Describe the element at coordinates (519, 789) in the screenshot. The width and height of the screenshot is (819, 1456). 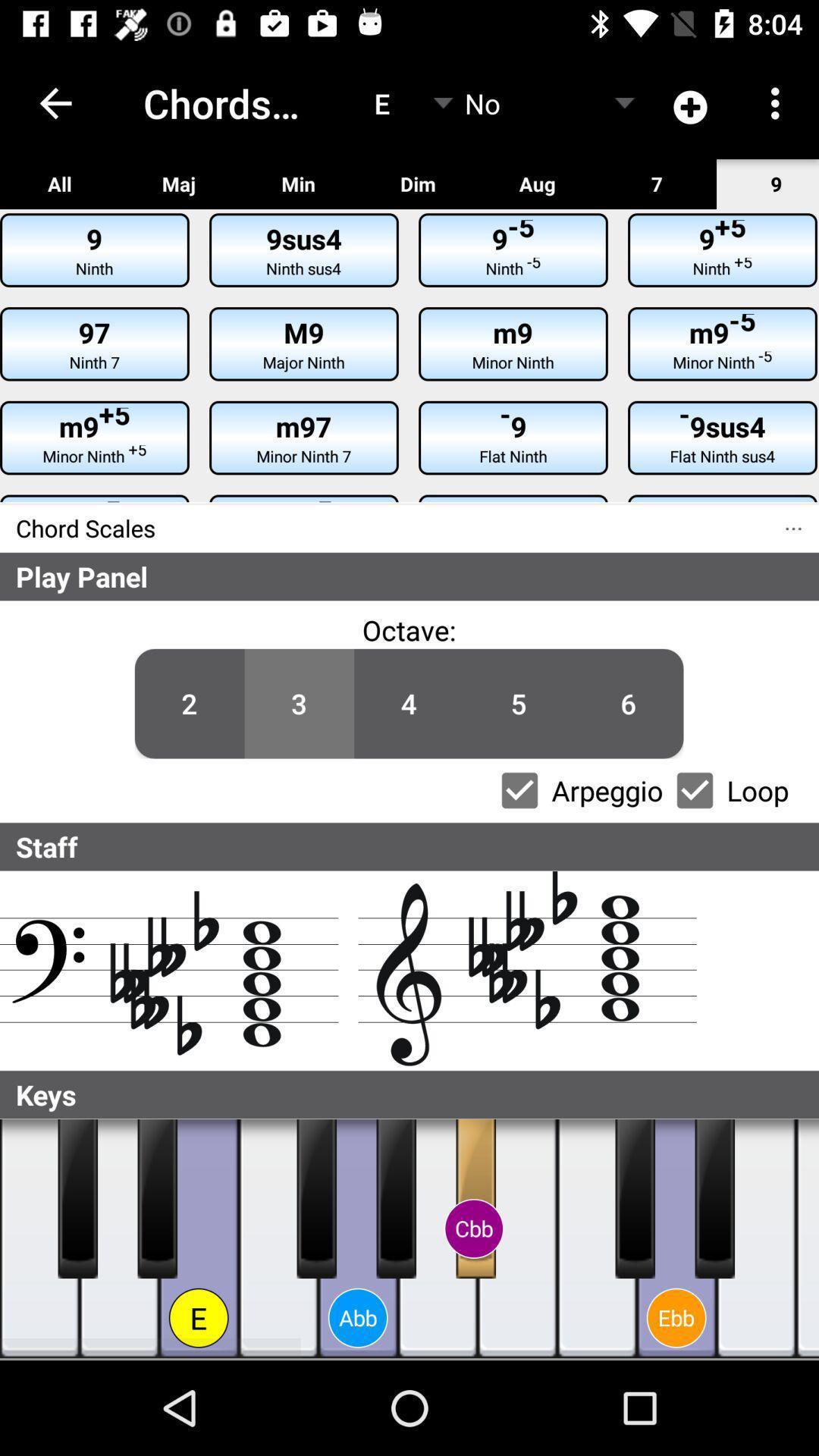
I see `arpeggio` at that location.